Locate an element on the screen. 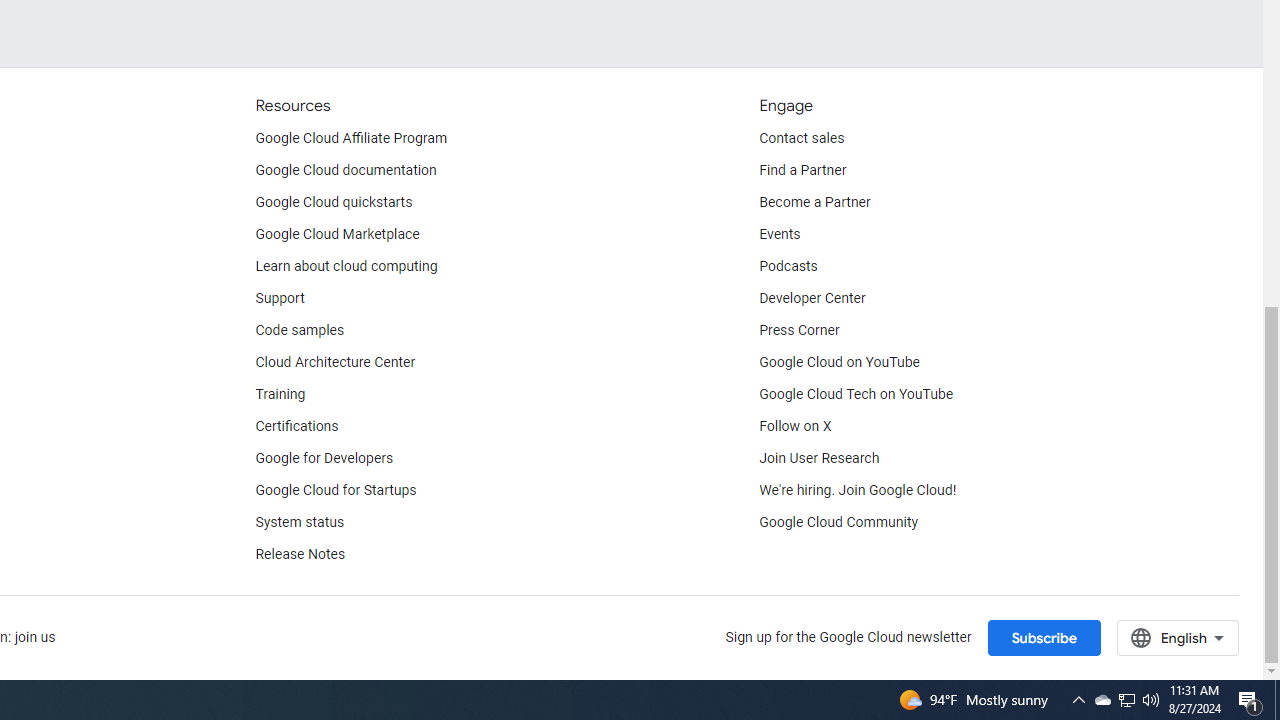 The width and height of the screenshot is (1280, 720). 'Google Cloud Affiliate Program' is located at coordinates (351, 137).